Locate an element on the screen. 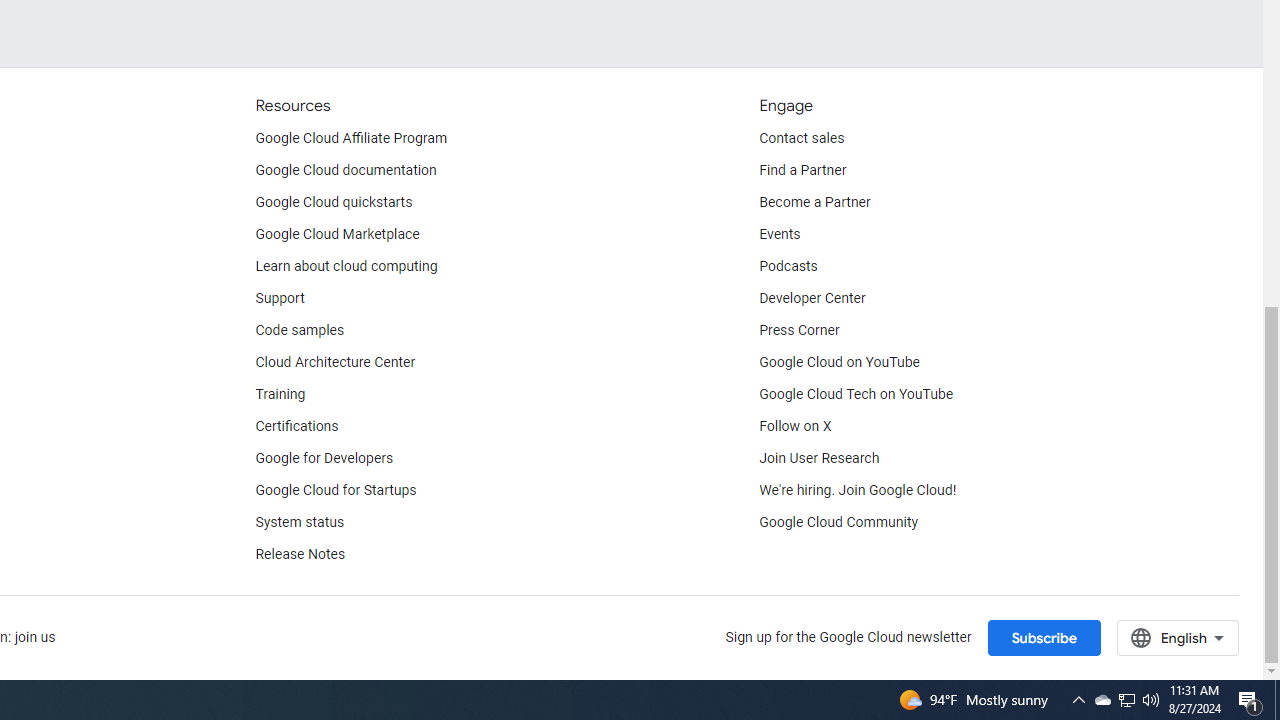 The width and height of the screenshot is (1280, 720). 'Google Cloud Affiliate Program' is located at coordinates (351, 137).